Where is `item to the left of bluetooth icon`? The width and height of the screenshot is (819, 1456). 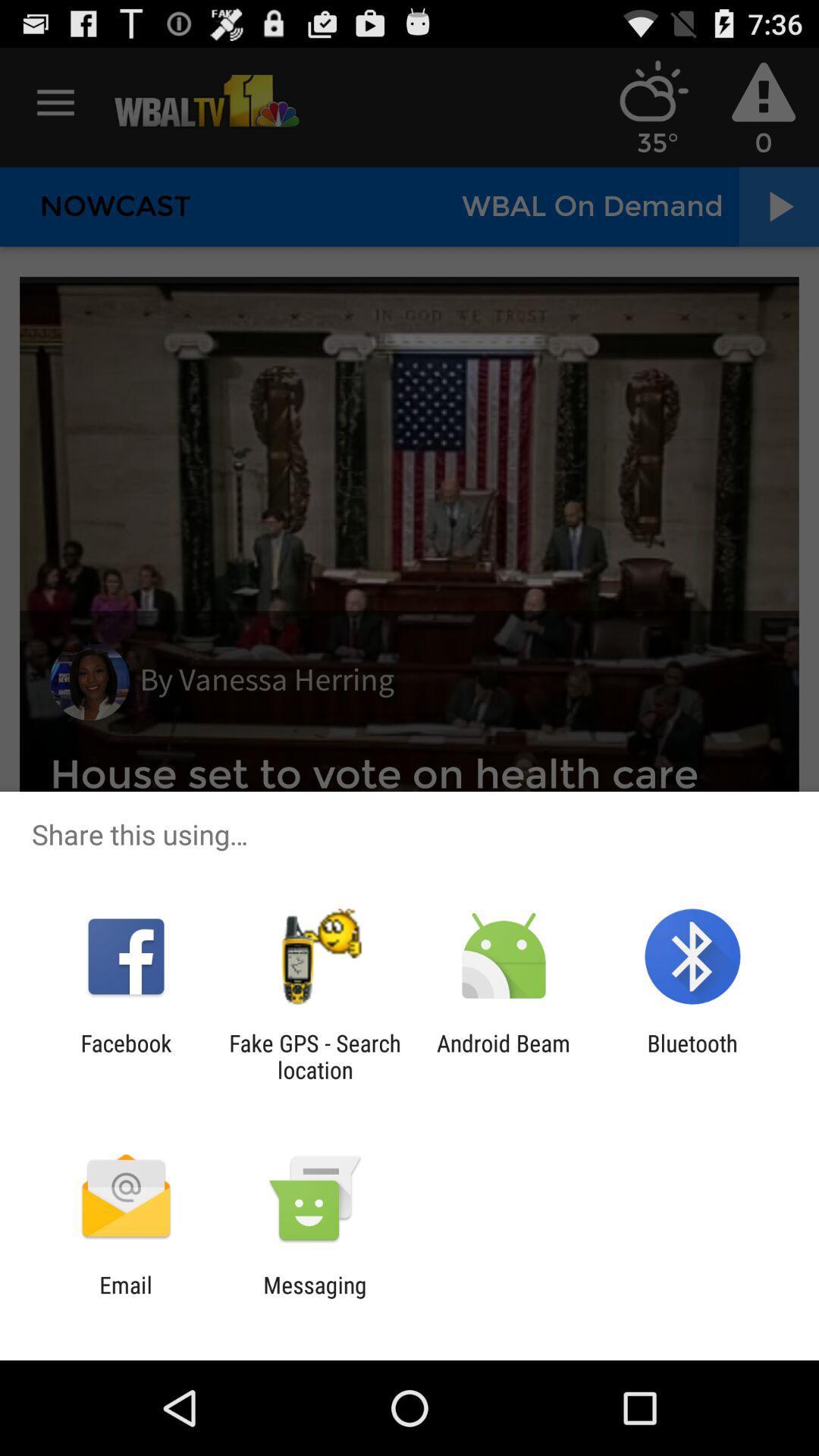
item to the left of bluetooth icon is located at coordinates (504, 1056).